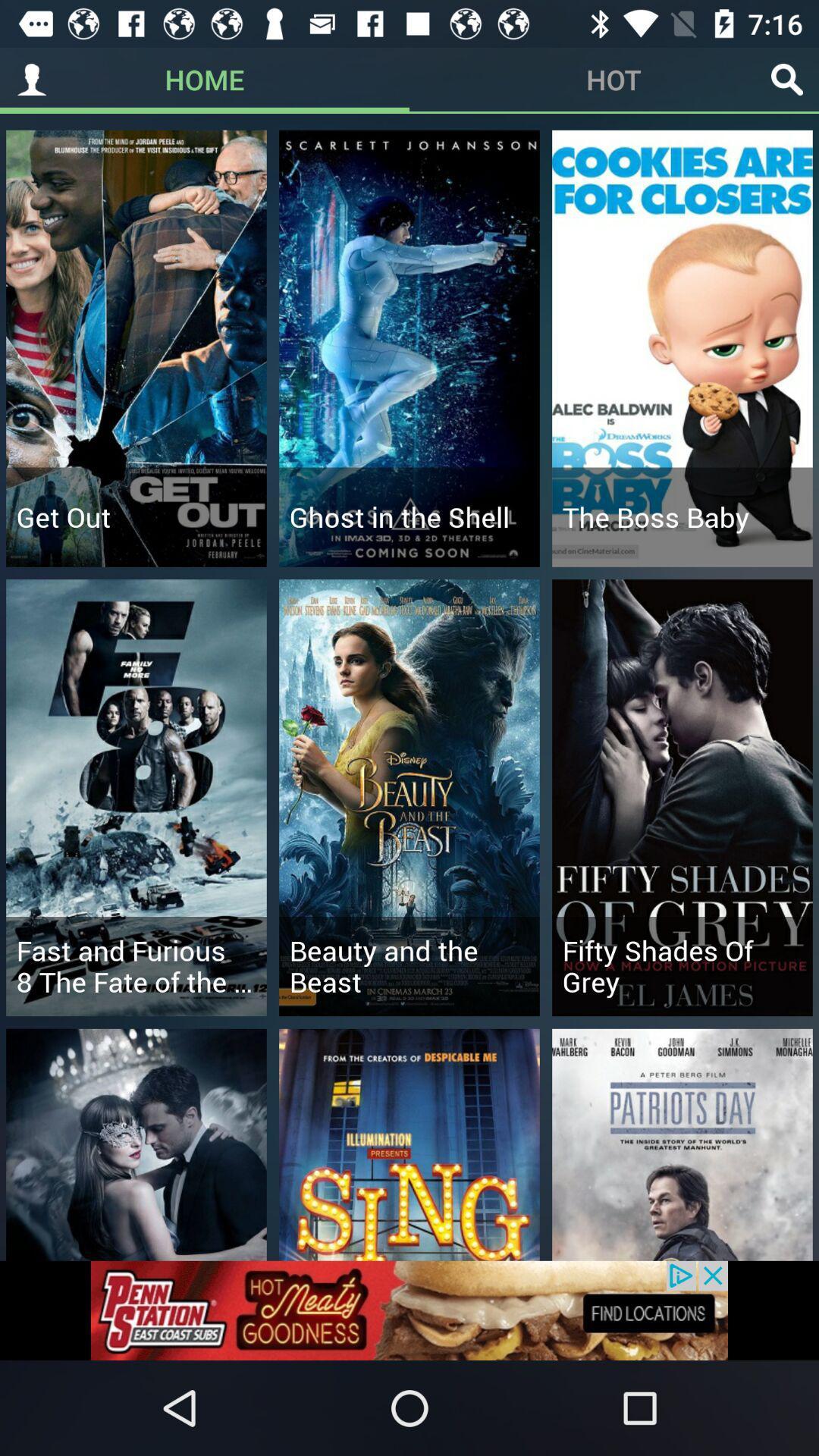  Describe the element at coordinates (136, 348) in the screenshot. I see `the first image below home` at that location.